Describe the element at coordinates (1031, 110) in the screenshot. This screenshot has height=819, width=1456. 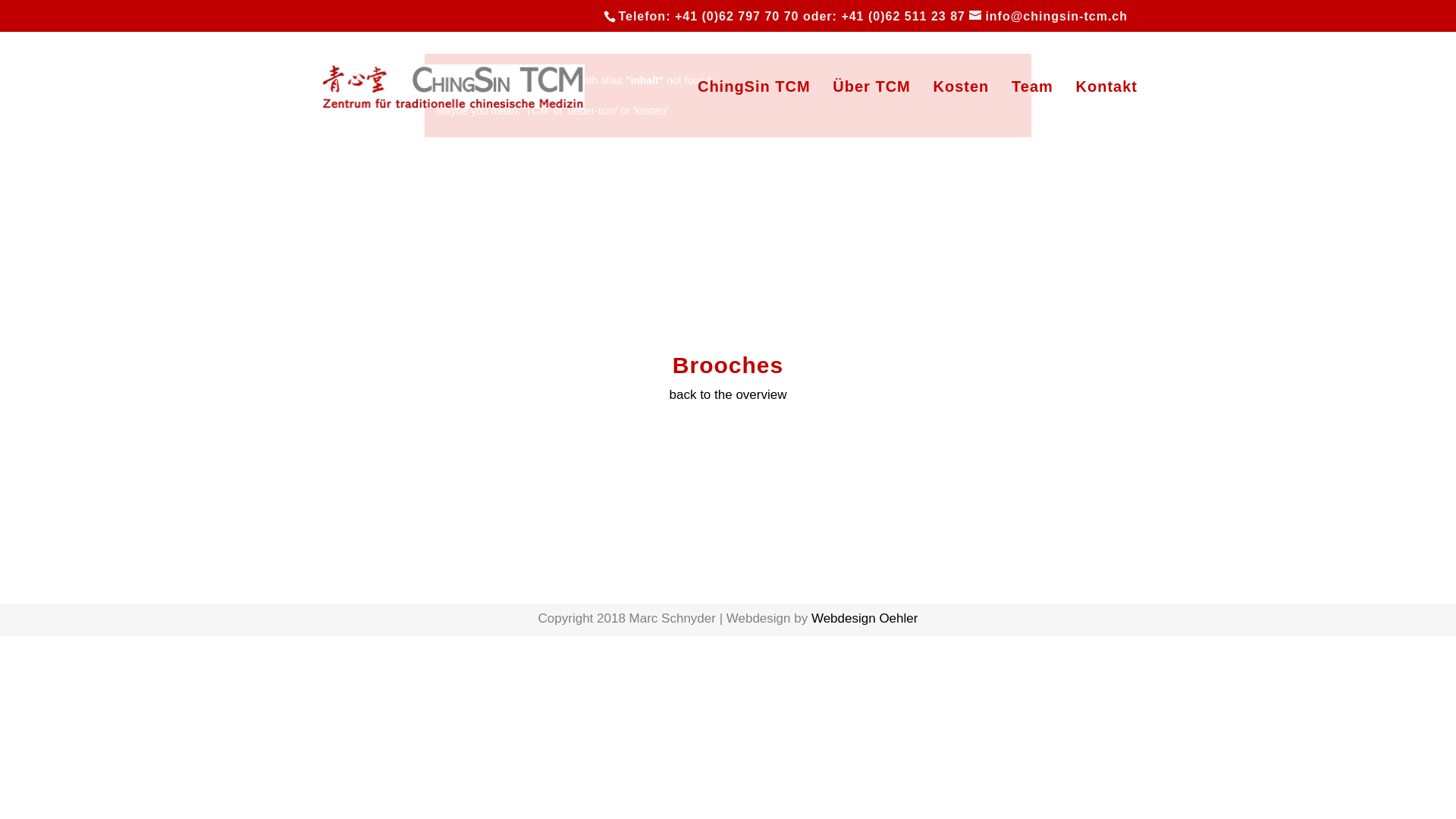
I see `'Team'` at that location.